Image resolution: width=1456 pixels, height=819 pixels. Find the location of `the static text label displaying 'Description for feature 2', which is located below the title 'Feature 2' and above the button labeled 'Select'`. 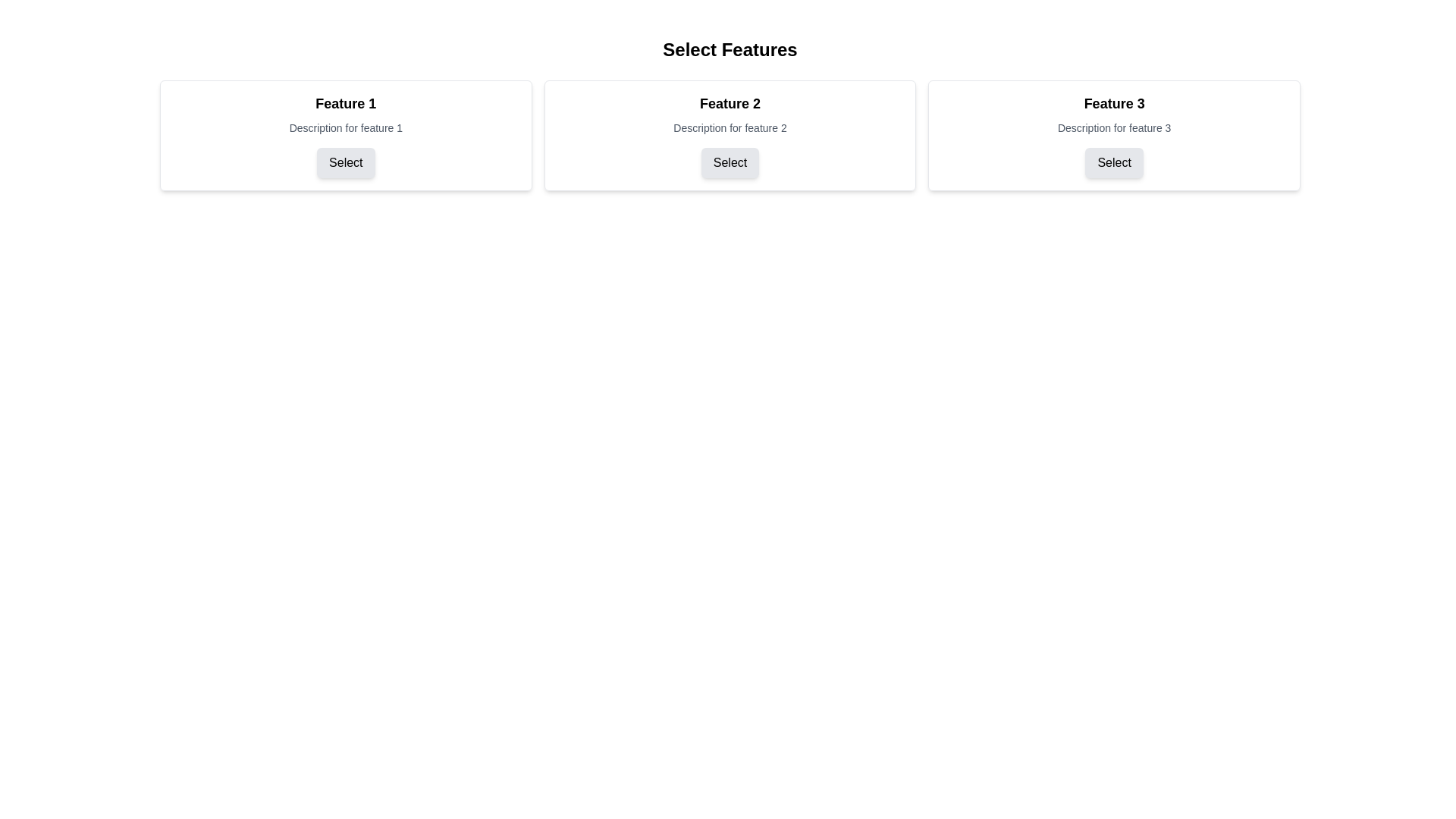

the static text label displaying 'Description for feature 2', which is located below the title 'Feature 2' and above the button labeled 'Select' is located at coordinates (730, 127).